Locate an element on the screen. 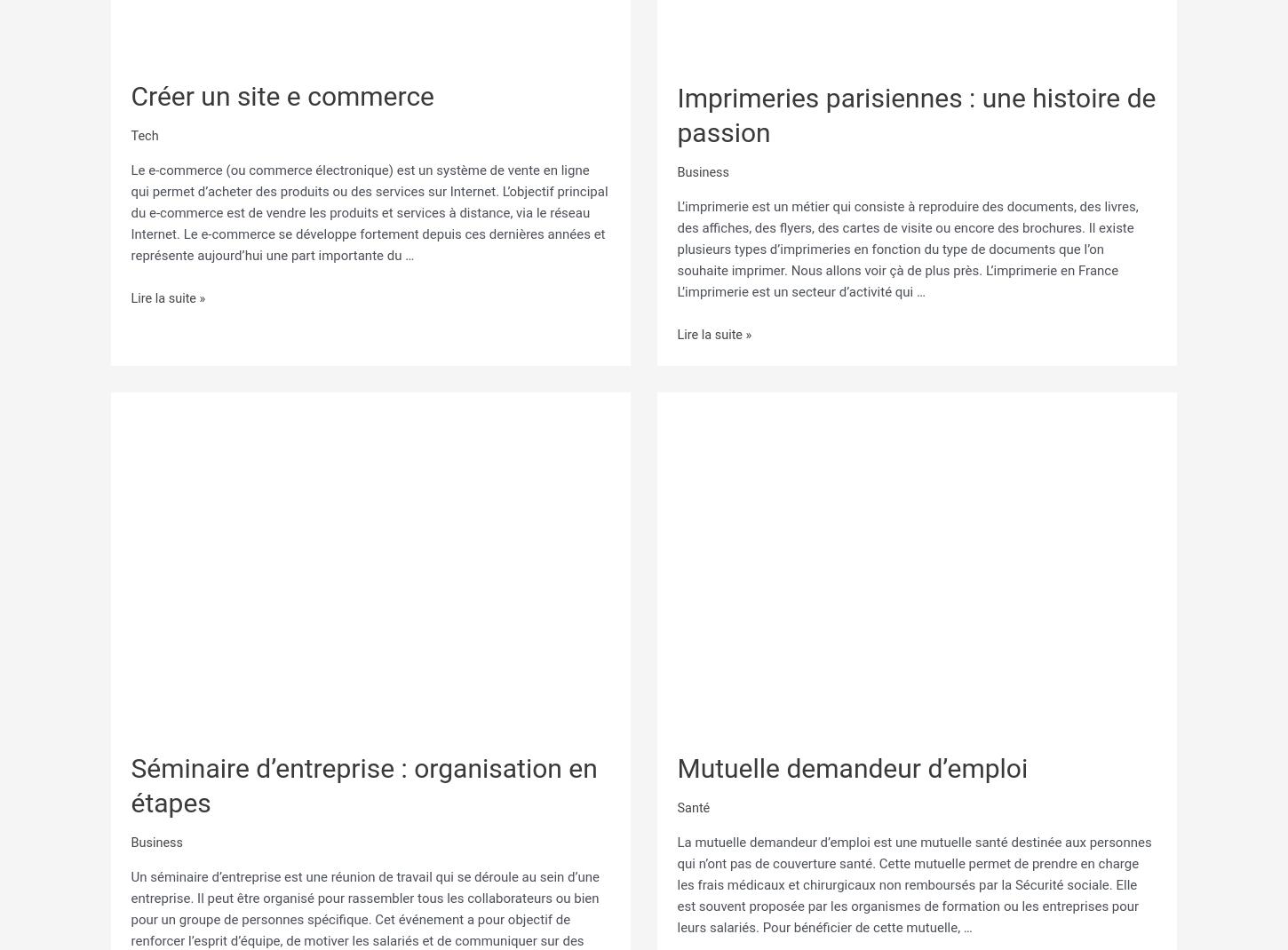  'Créer un site e commerce' is located at coordinates (282, 90).